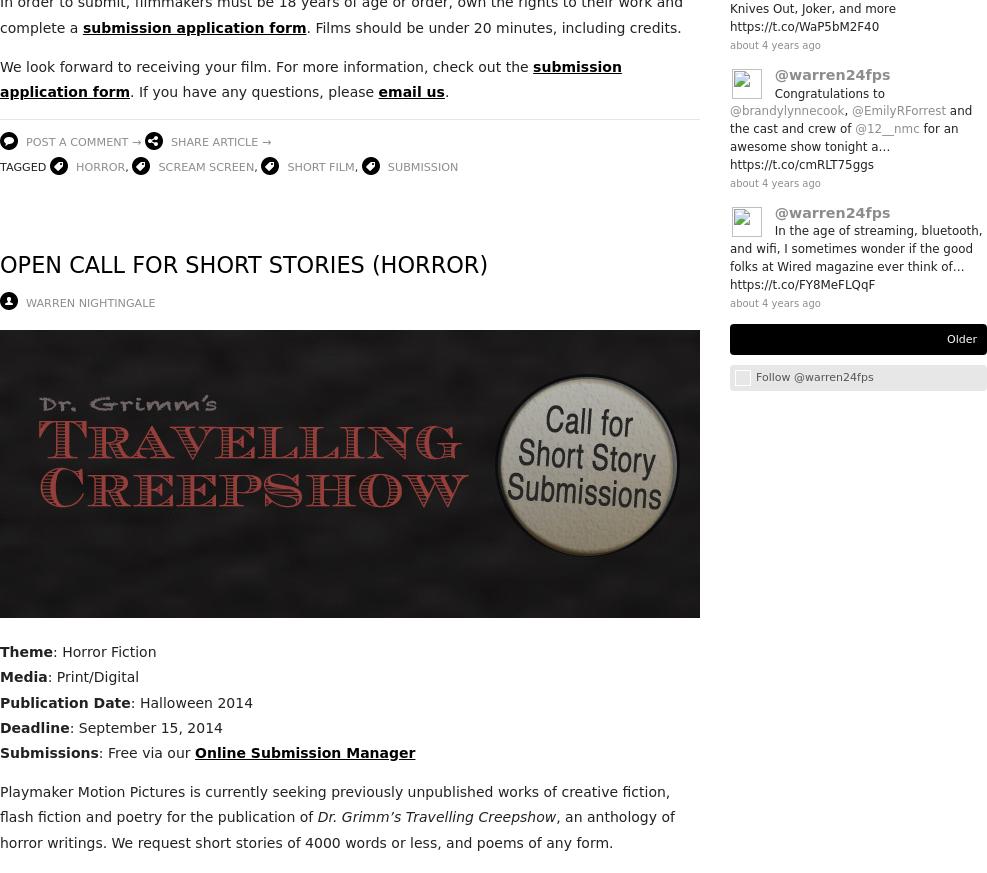  What do you see at coordinates (447, 92) in the screenshot?
I see `'.'` at bounding box center [447, 92].